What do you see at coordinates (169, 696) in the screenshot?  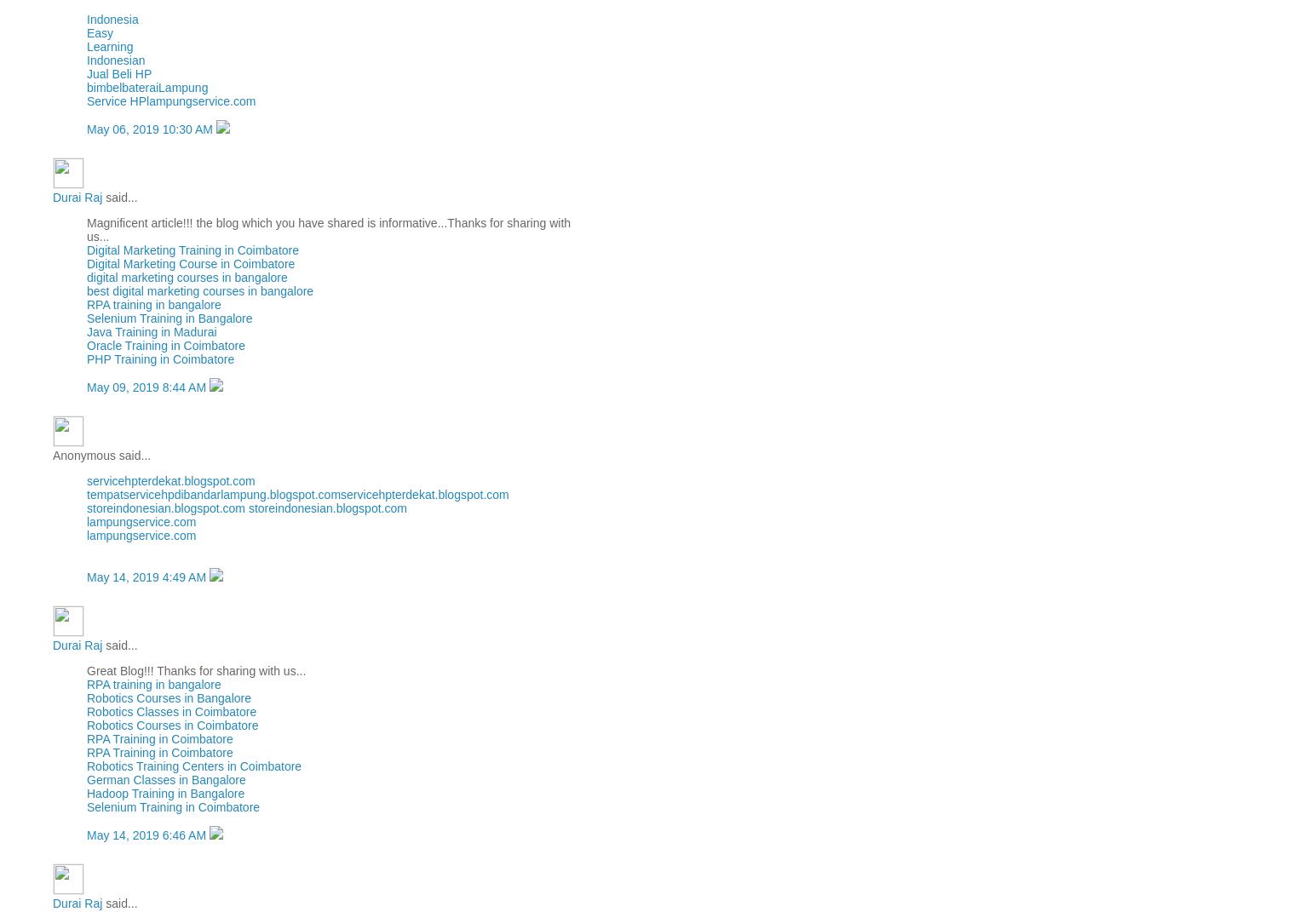 I see `'Robotics Courses in Bangalore'` at bounding box center [169, 696].